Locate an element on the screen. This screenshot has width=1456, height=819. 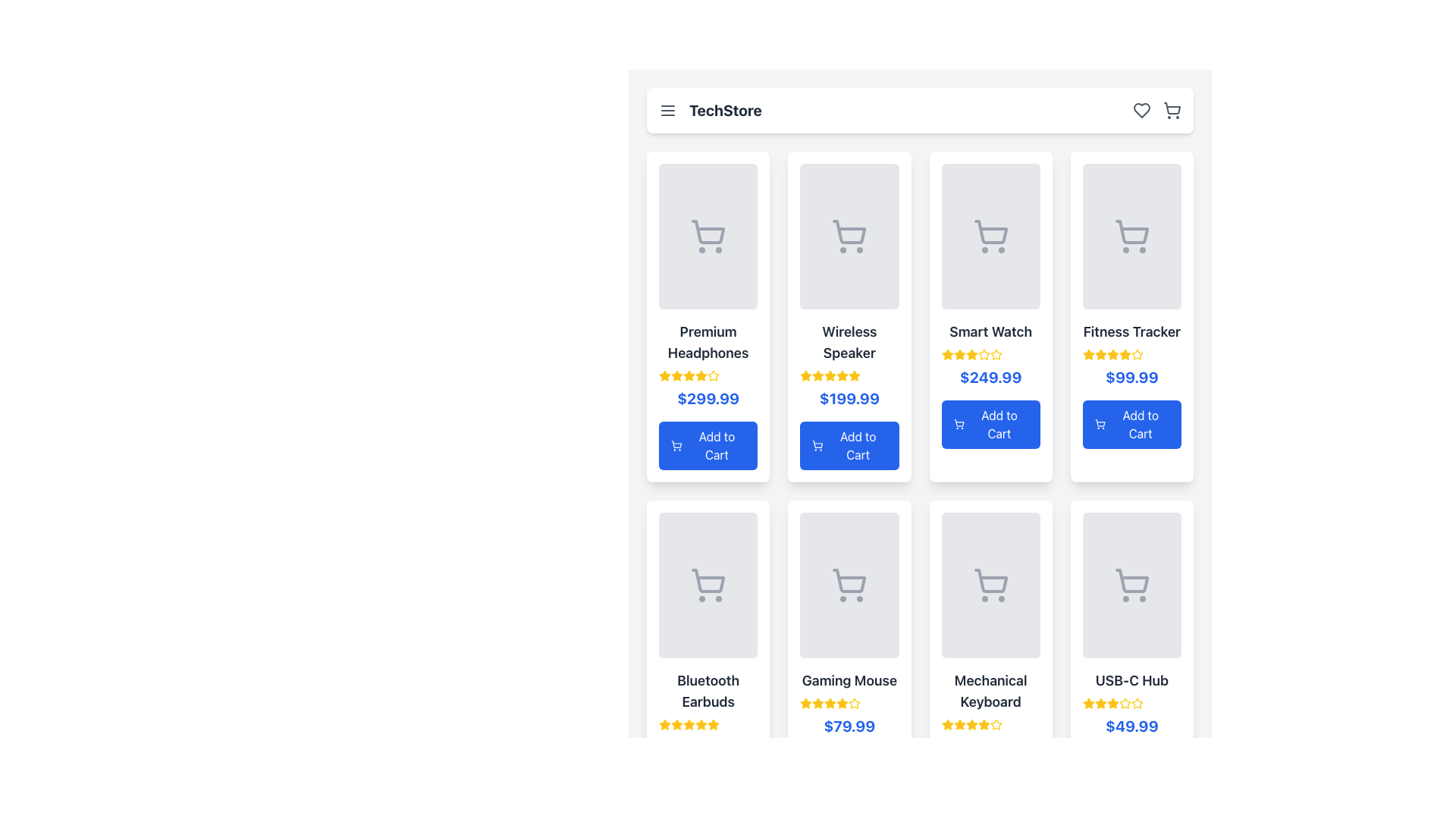
the fourth star in the rating system located in the first row and first column of the product card grid layout is located at coordinates (688, 375).